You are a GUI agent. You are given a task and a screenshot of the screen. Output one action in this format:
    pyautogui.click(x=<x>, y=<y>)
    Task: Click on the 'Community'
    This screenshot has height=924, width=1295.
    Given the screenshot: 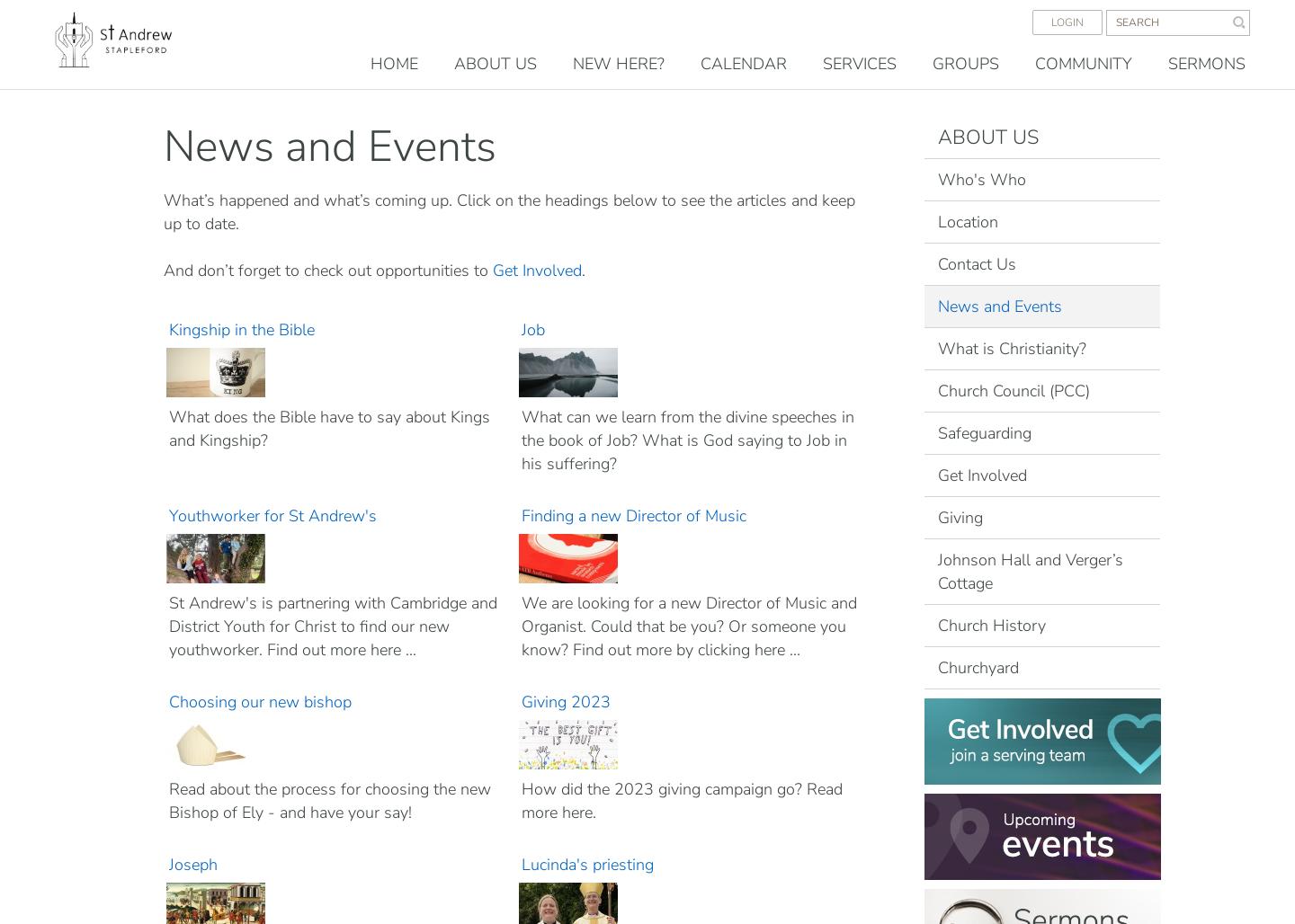 What is the action you would take?
    pyautogui.click(x=1082, y=63)
    